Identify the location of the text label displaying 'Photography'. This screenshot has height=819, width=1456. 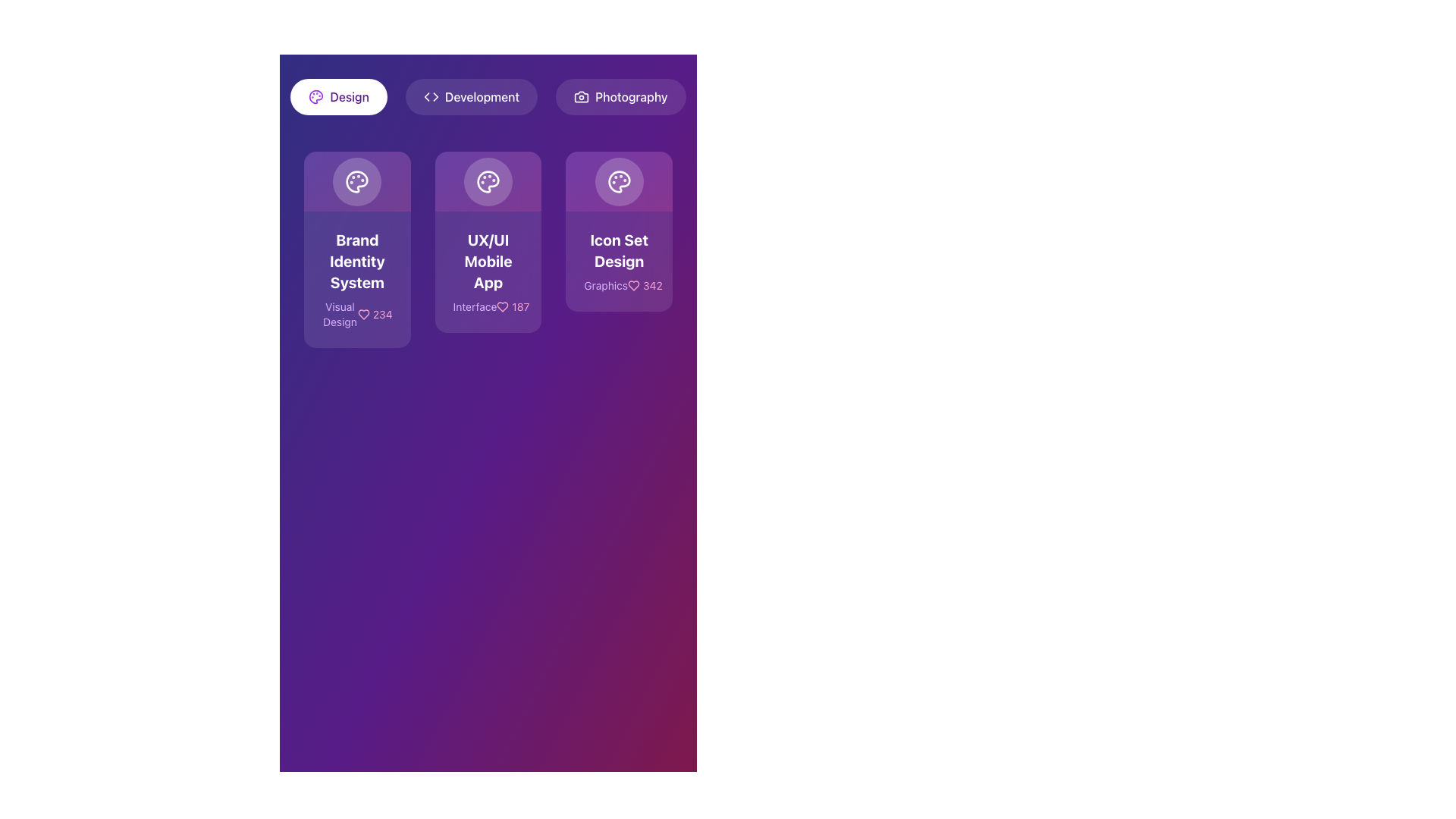
(631, 96).